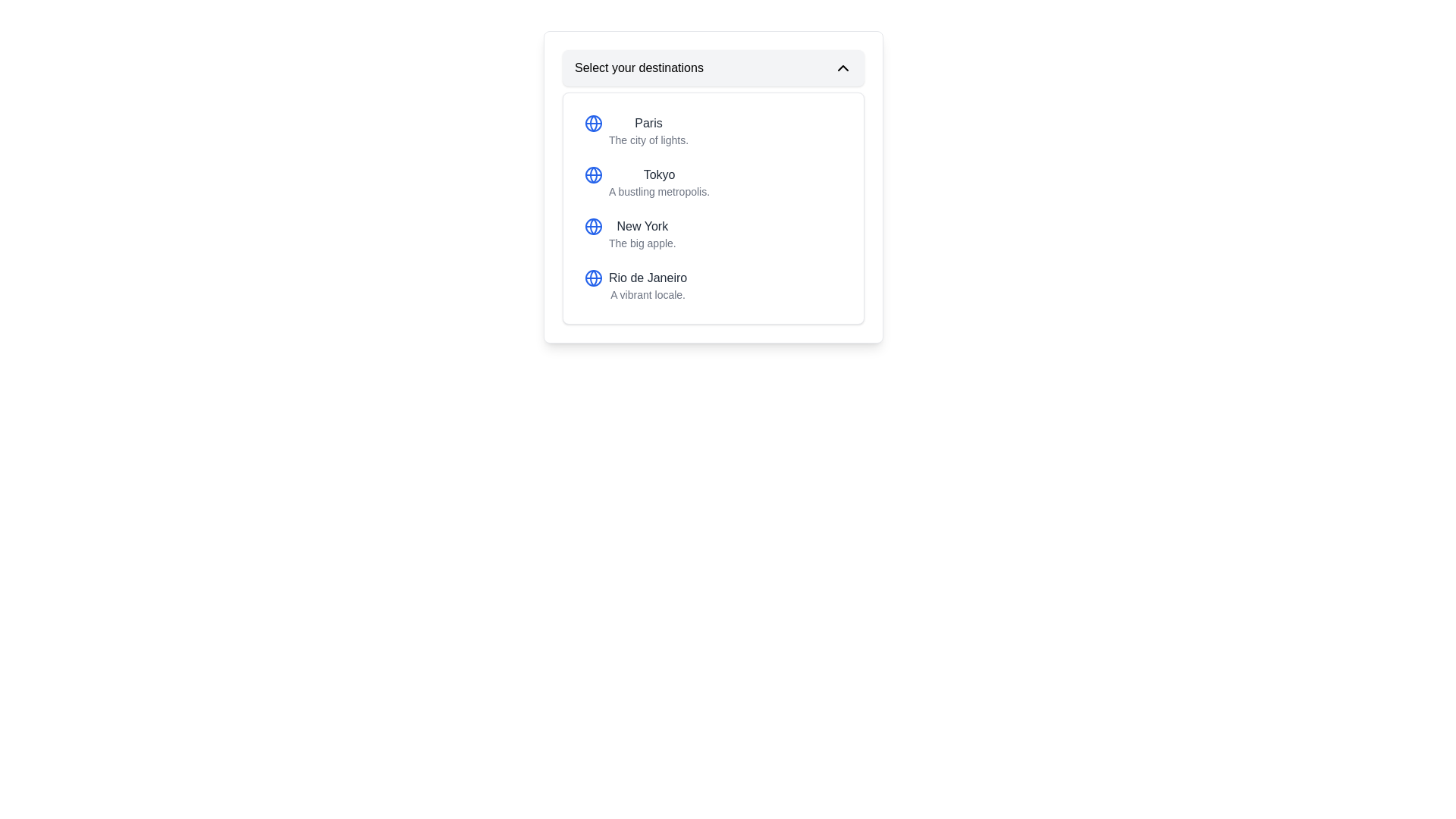 The image size is (1456, 819). Describe the element at coordinates (592, 174) in the screenshot. I see `the icon representing 'Tokyo' located at the beginning of the list item labeled 'Tokyo: A bustling metropolis.'` at that location.